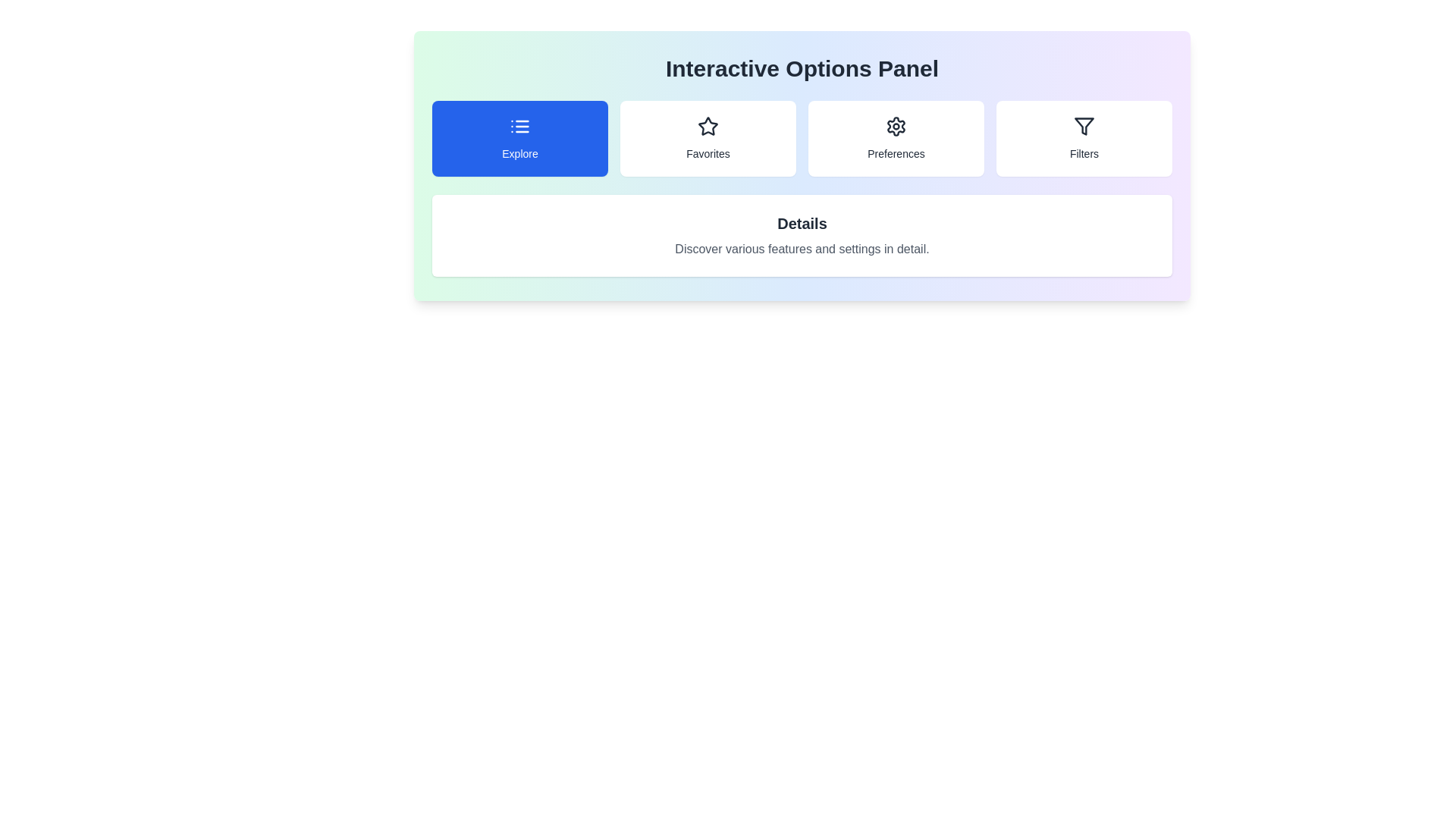 The height and width of the screenshot is (819, 1456). Describe the element at coordinates (520, 154) in the screenshot. I see `text label located at the bottom center of the rounded blue button that indicates exploration functionality` at that location.